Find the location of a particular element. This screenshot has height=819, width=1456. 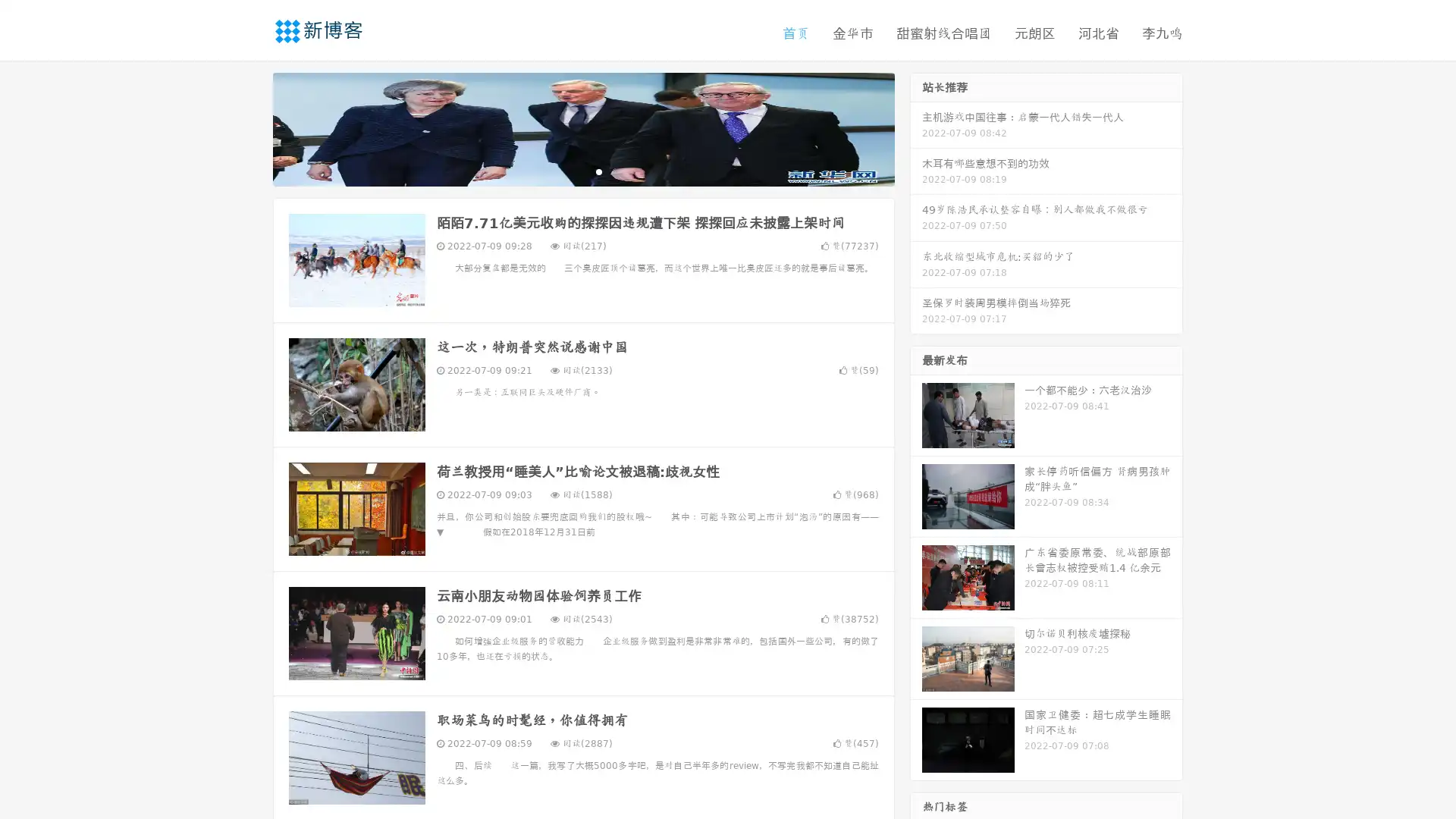

Go to slide 1 is located at coordinates (567, 171).